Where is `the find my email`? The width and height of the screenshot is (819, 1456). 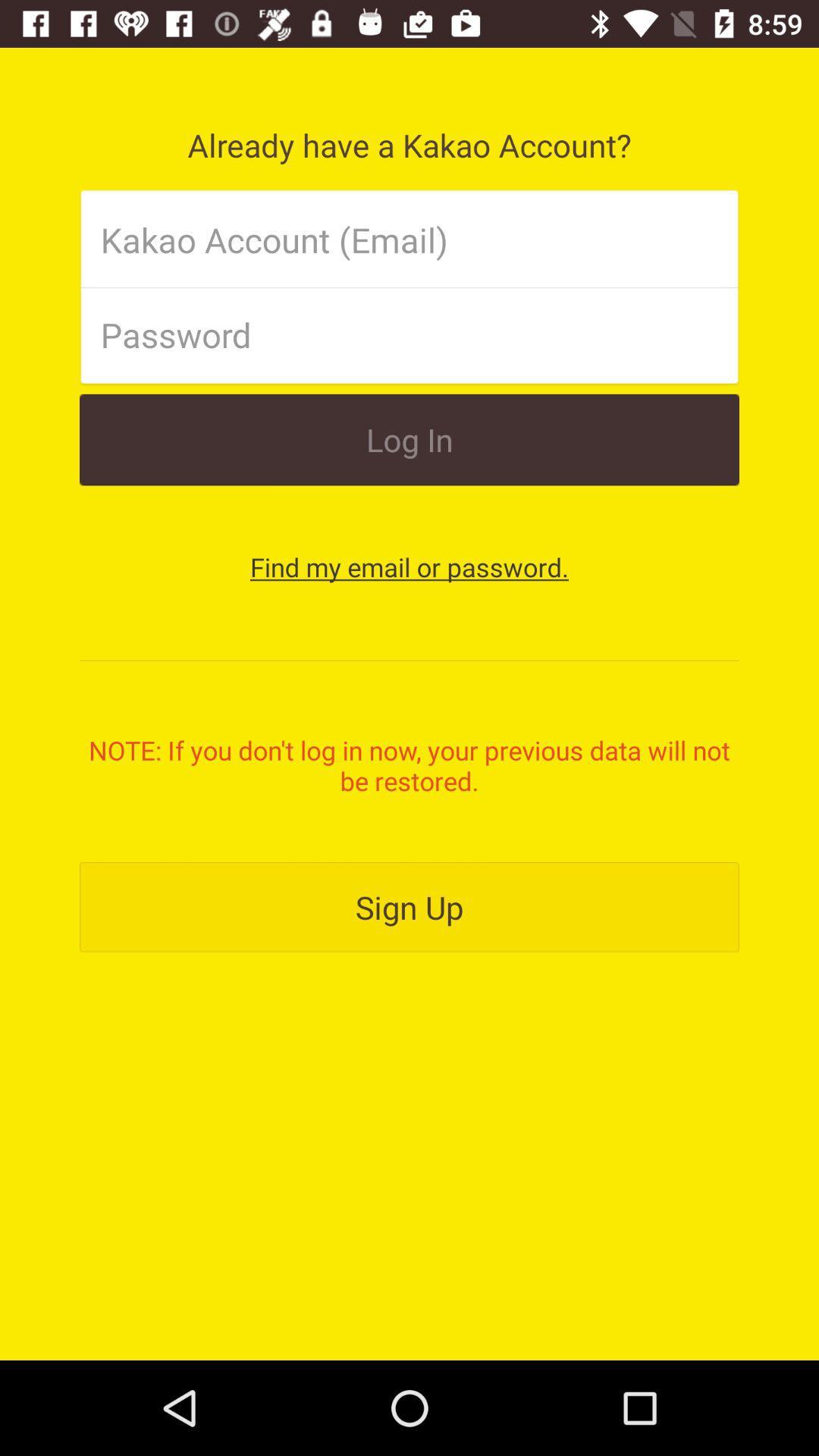 the find my email is located at coordinates (409, 566).